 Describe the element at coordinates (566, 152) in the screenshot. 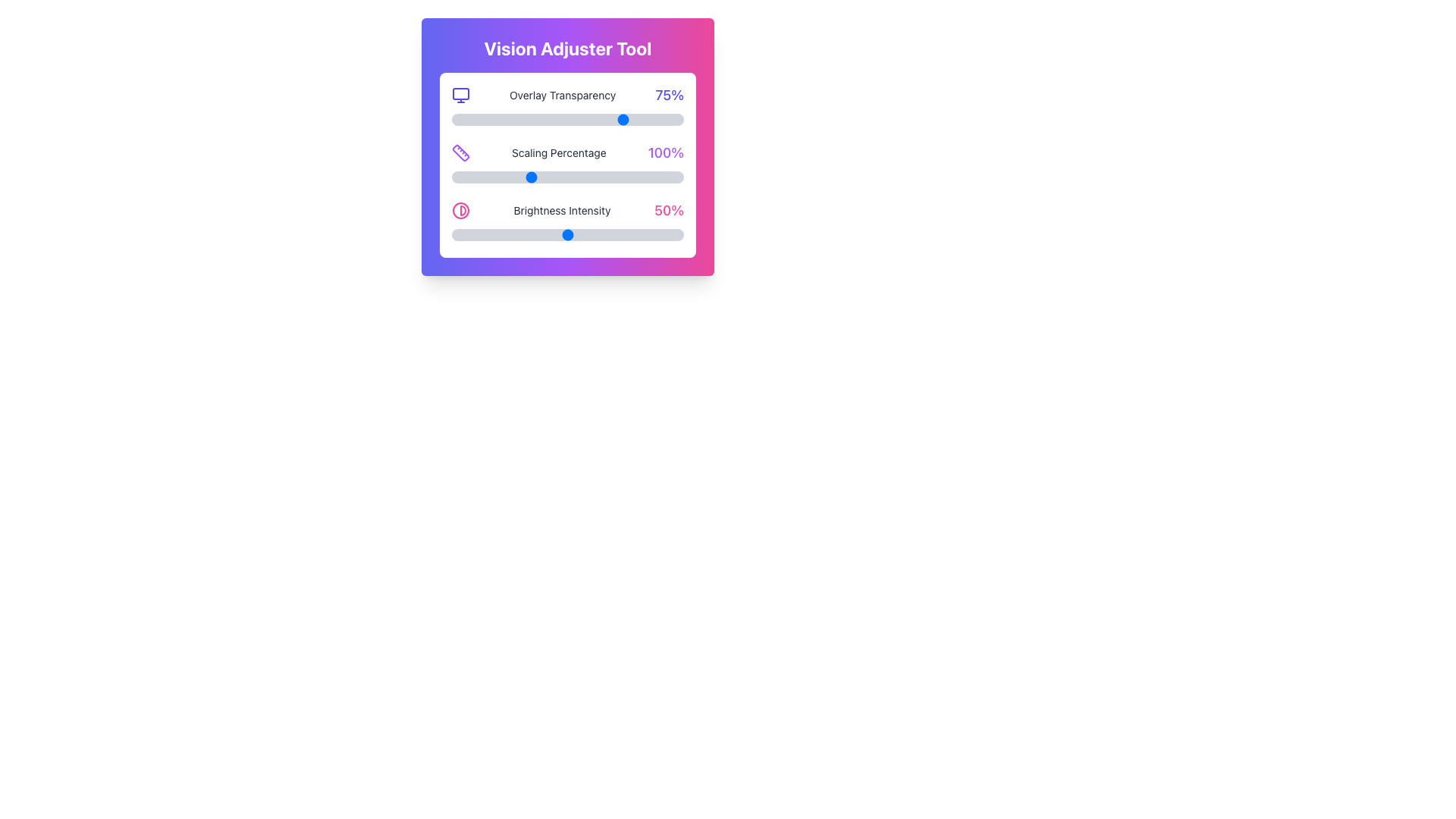

I see `the Informational row displaying 'Scaling Percentage' with the value '100%', located in the 'Vision Adjuster Tool' panel` at that location.